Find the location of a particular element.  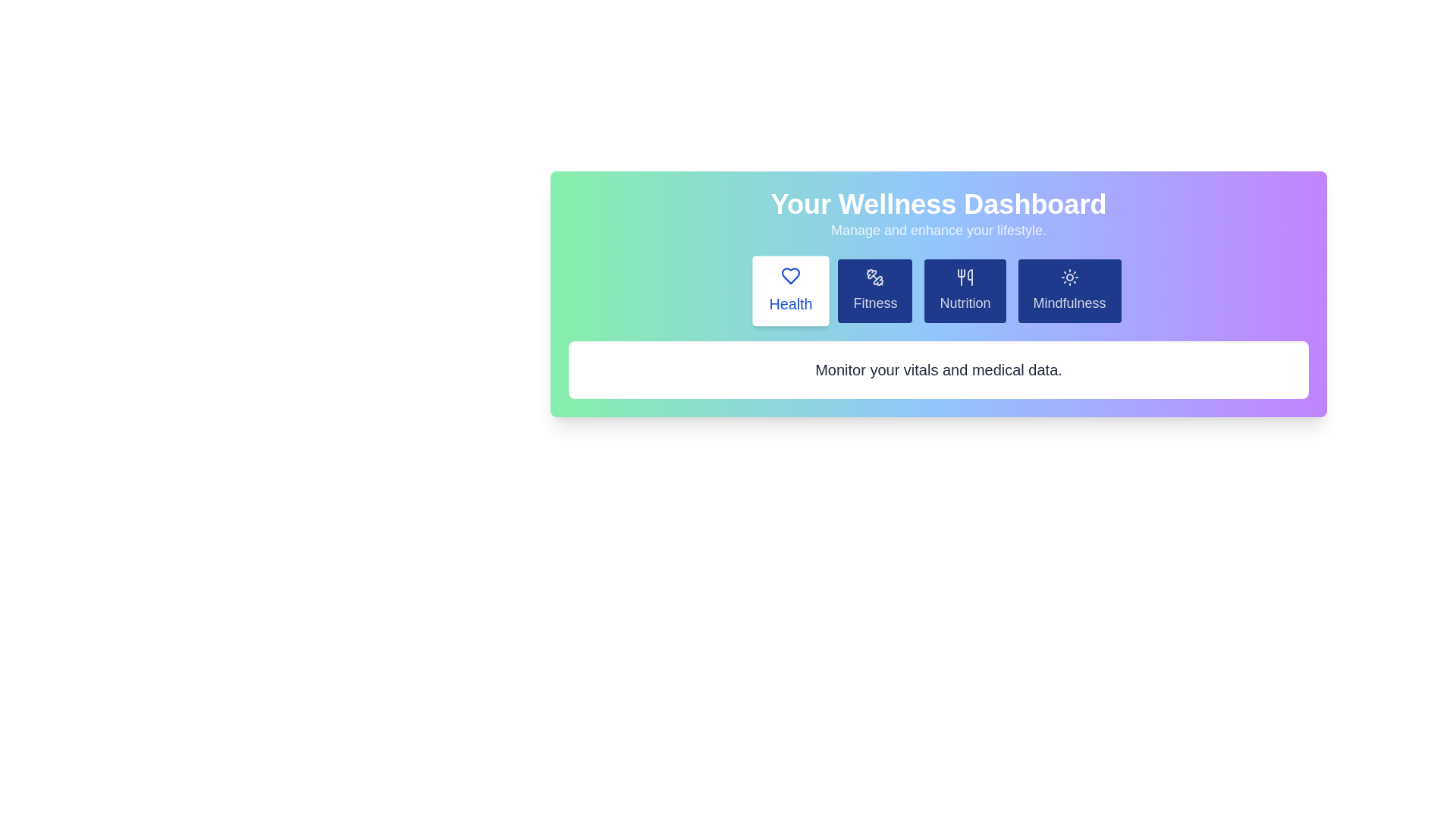

the tab labeled Nutrition to preview its hover state is located at coordinates (964, 291).